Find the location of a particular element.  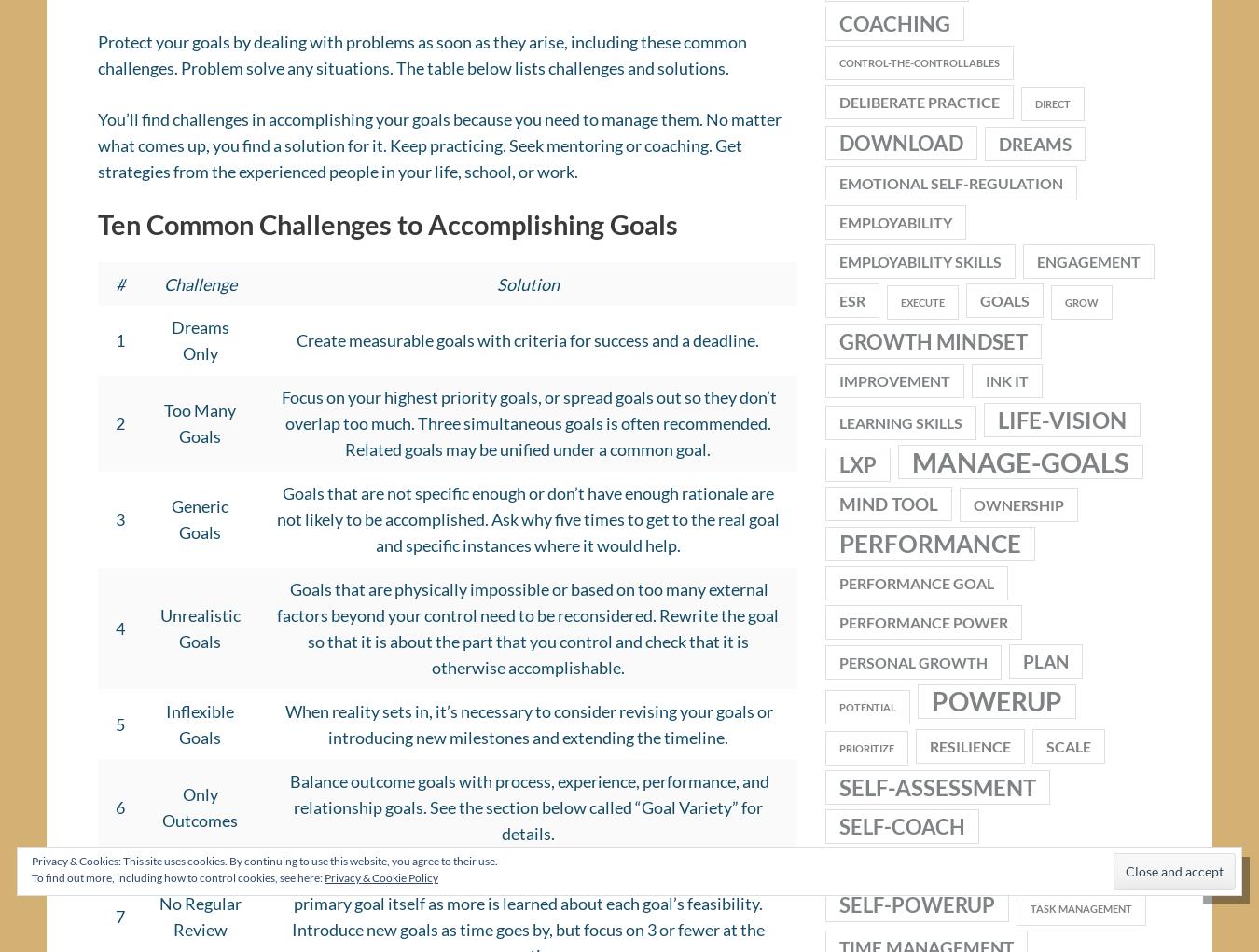

'employability skills' is located at coordinates (919, 268).